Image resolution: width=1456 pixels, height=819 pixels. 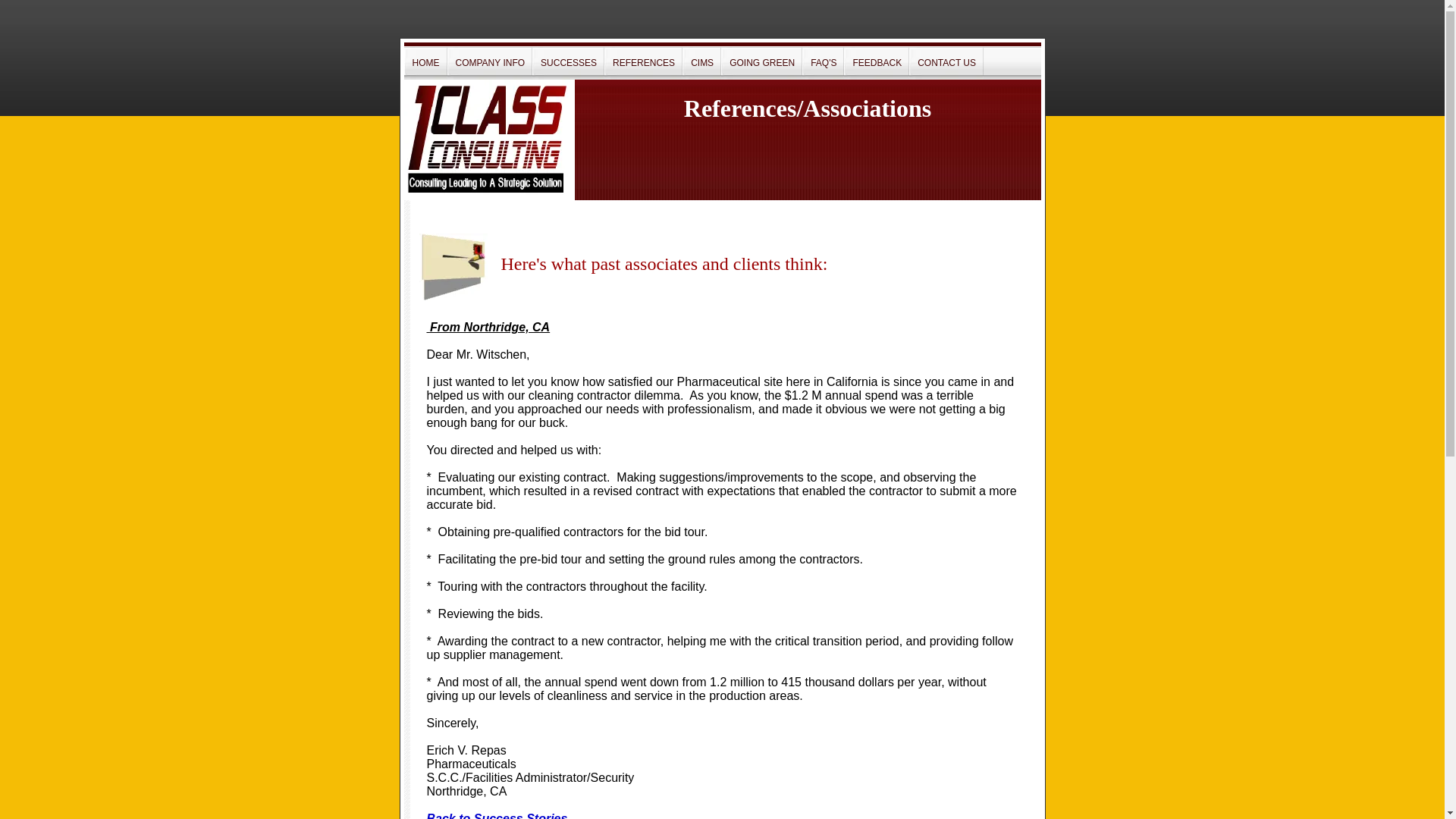 I want to click on 'SUCCESSES', so click(x=567, y=62).